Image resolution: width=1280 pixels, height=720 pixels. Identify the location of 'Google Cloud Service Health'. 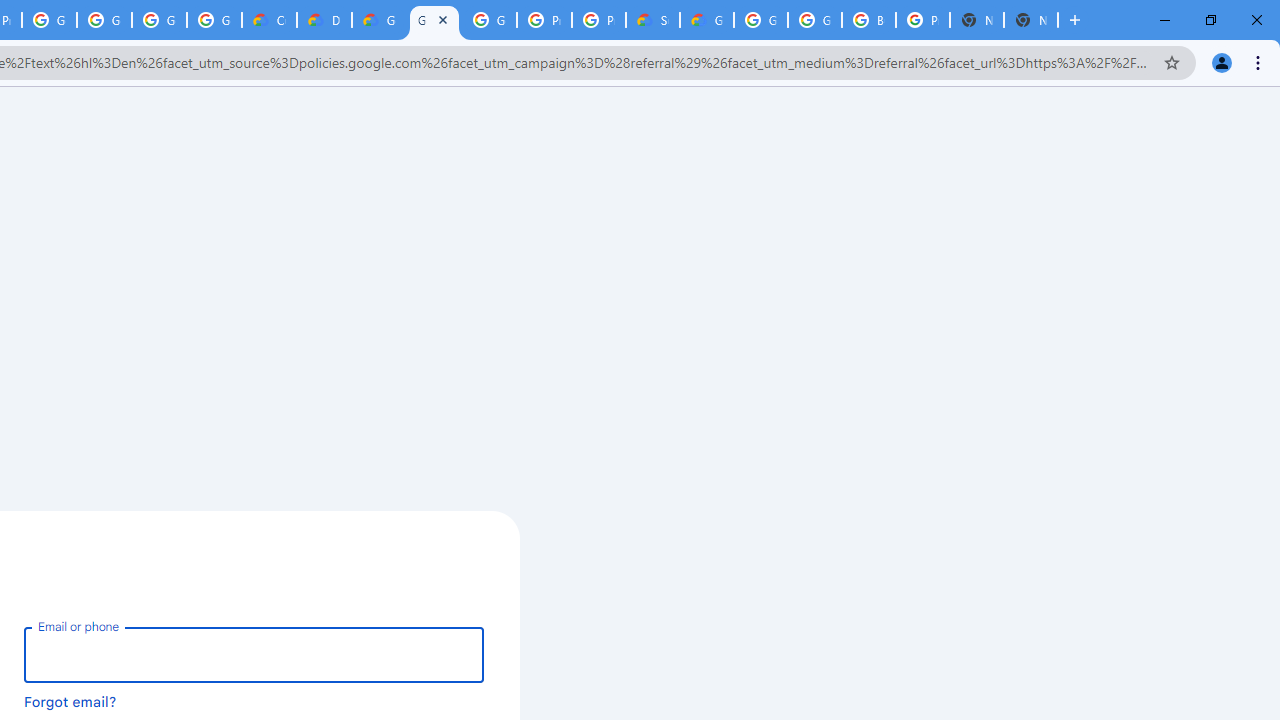
(706, 20).